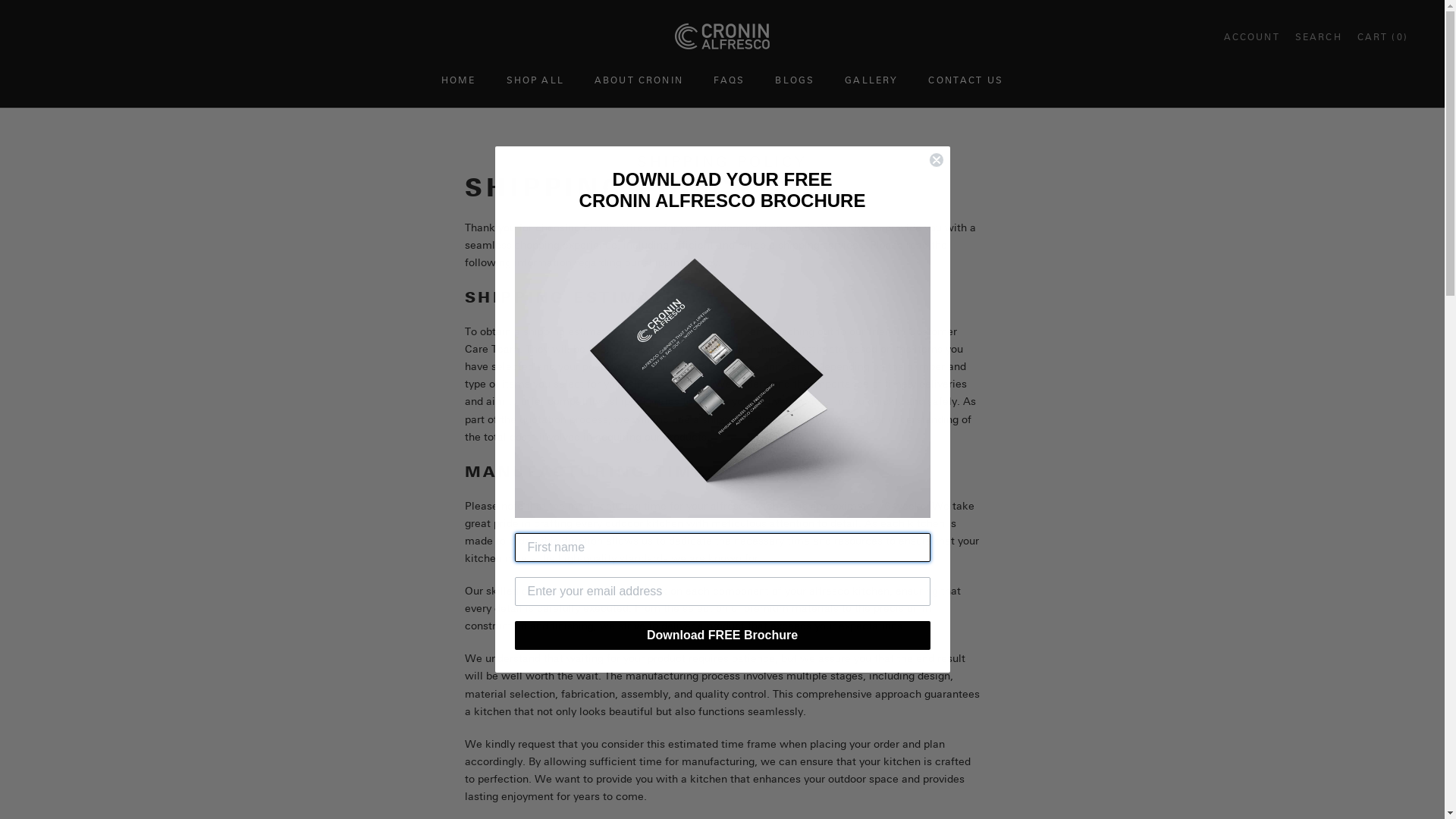  What do you see at coordinates (1382, 36) in the screenshot?
I see `'Open cart` at bounding box center [1382, 36].